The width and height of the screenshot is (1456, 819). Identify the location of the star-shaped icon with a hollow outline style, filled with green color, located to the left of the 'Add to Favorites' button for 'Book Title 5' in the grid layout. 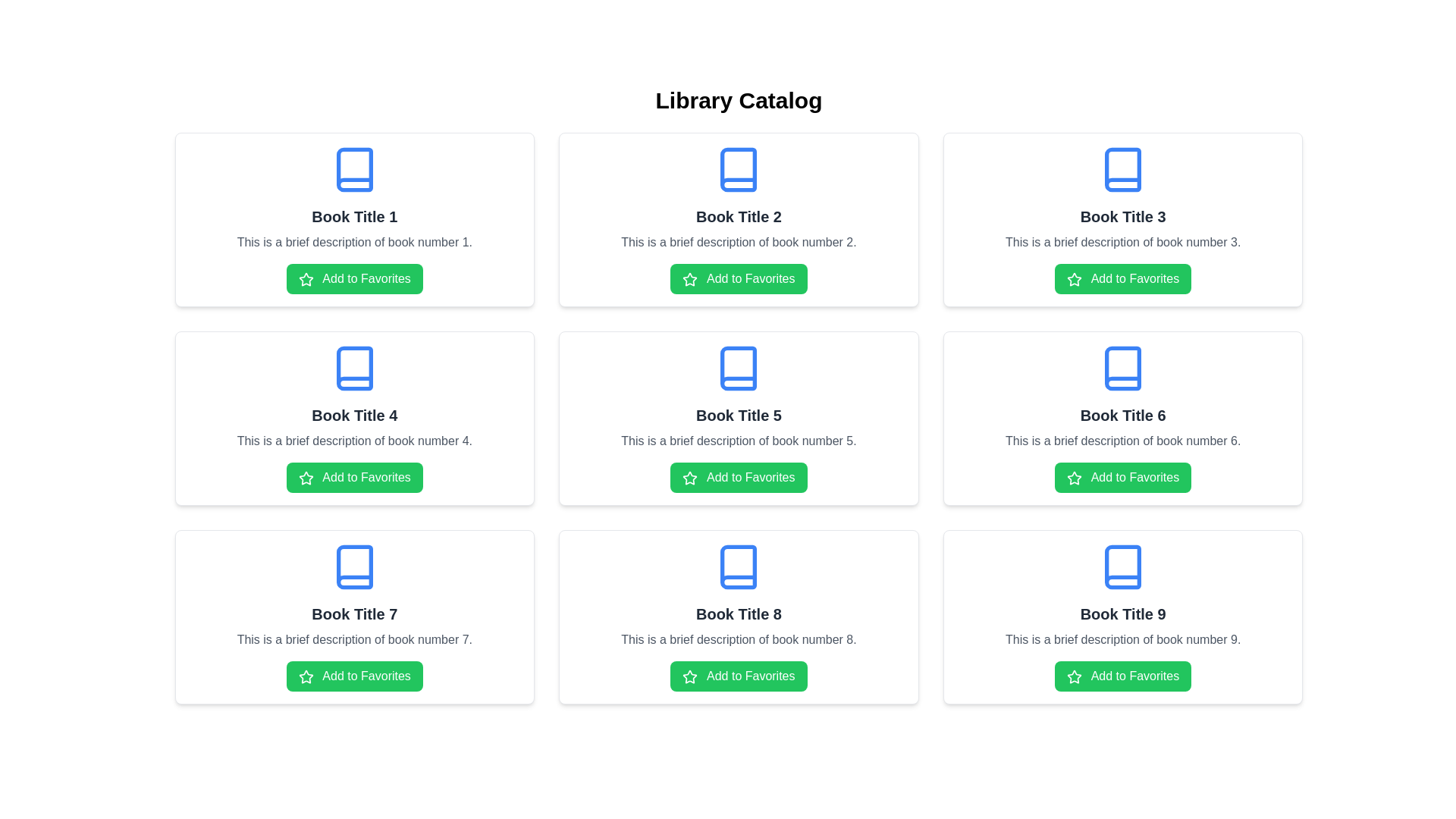
(689, 478).